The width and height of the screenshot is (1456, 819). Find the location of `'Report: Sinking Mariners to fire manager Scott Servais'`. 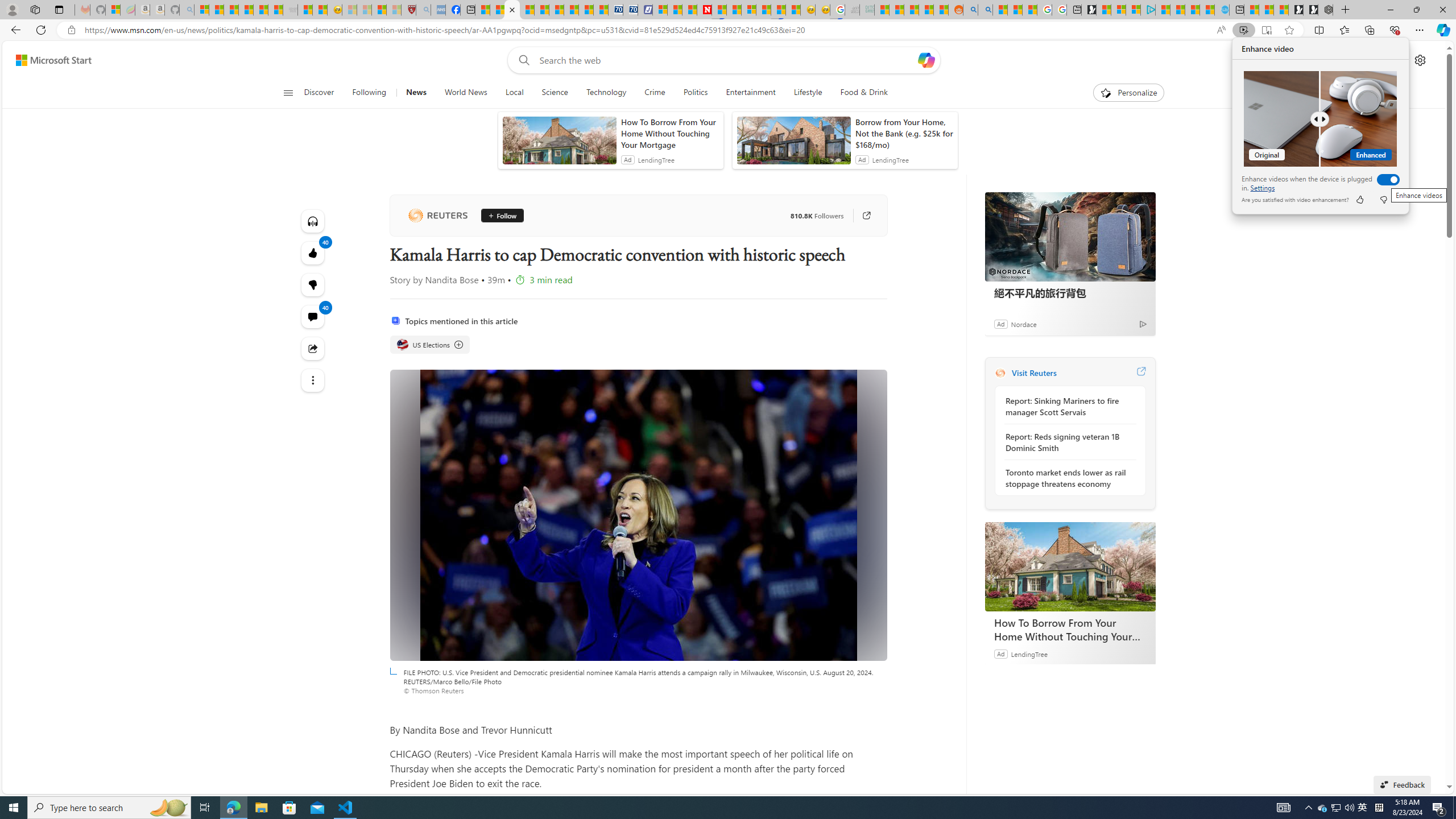

'Report: Sinking Mariners to fire manager Scott Servais' is located at coordinates (1066, 406).